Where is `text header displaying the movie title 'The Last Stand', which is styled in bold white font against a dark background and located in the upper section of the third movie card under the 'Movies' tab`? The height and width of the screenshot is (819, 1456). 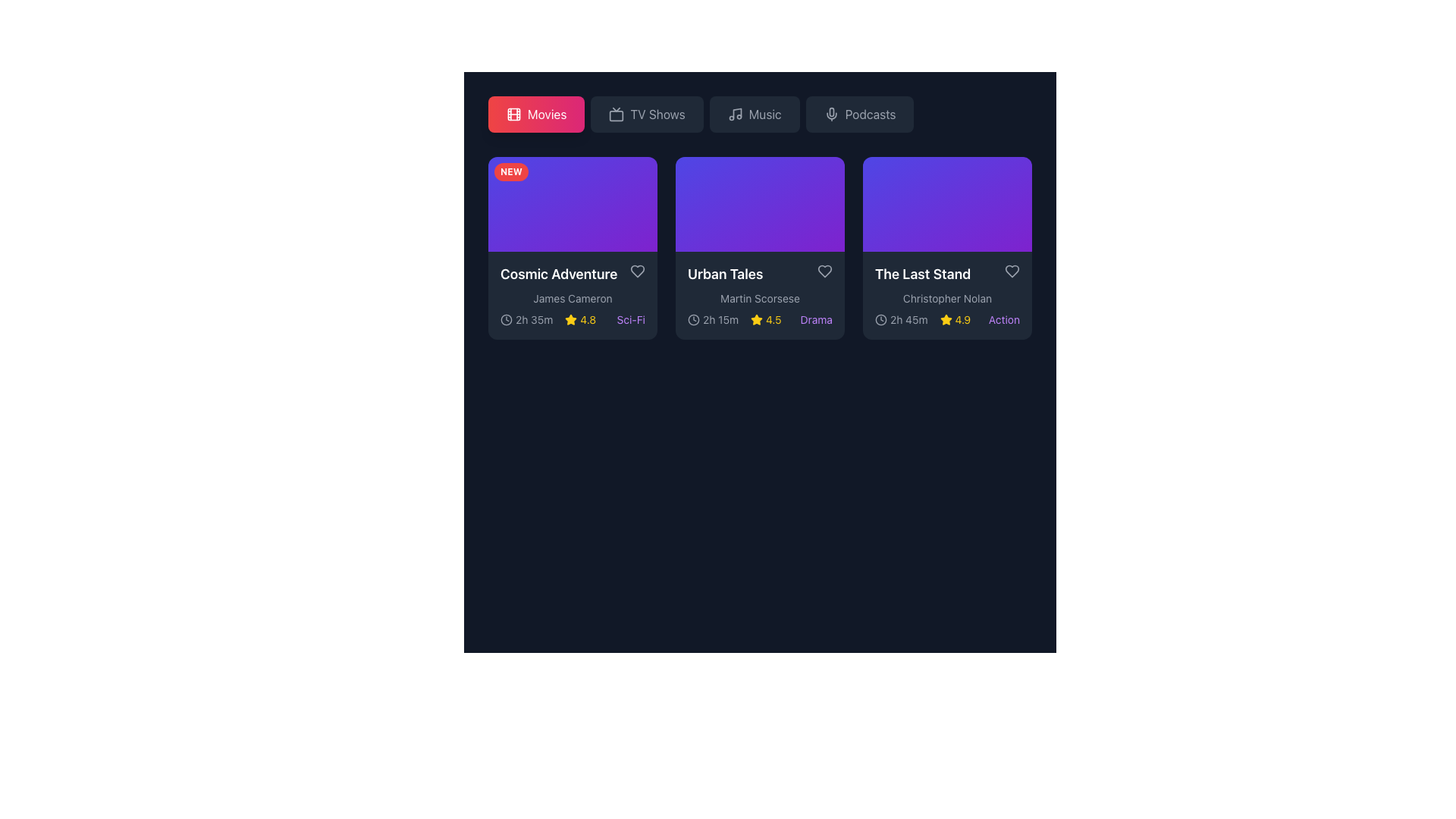 text header displaying the movie title 'The Last Stand', which is styled in bold white font against a dark background and located in the upper section of the third movie card under the 'Movies' tab is located at coordinates (946, 275).